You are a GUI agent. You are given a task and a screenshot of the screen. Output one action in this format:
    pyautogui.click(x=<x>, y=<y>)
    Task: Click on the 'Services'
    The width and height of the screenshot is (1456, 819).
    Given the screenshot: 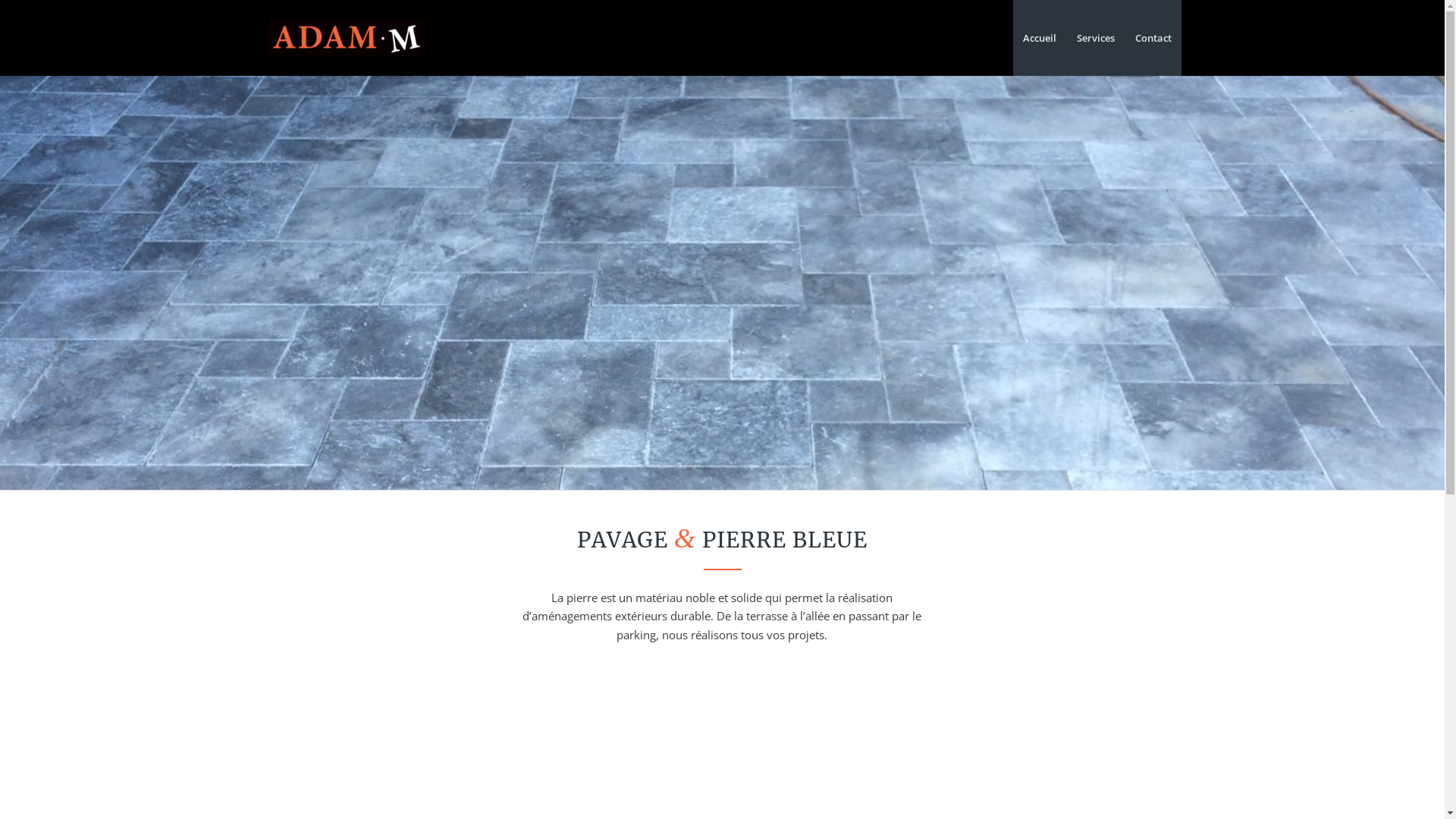 What is the action you would take?
    pyautogui.click(x=1095, y=37)
    